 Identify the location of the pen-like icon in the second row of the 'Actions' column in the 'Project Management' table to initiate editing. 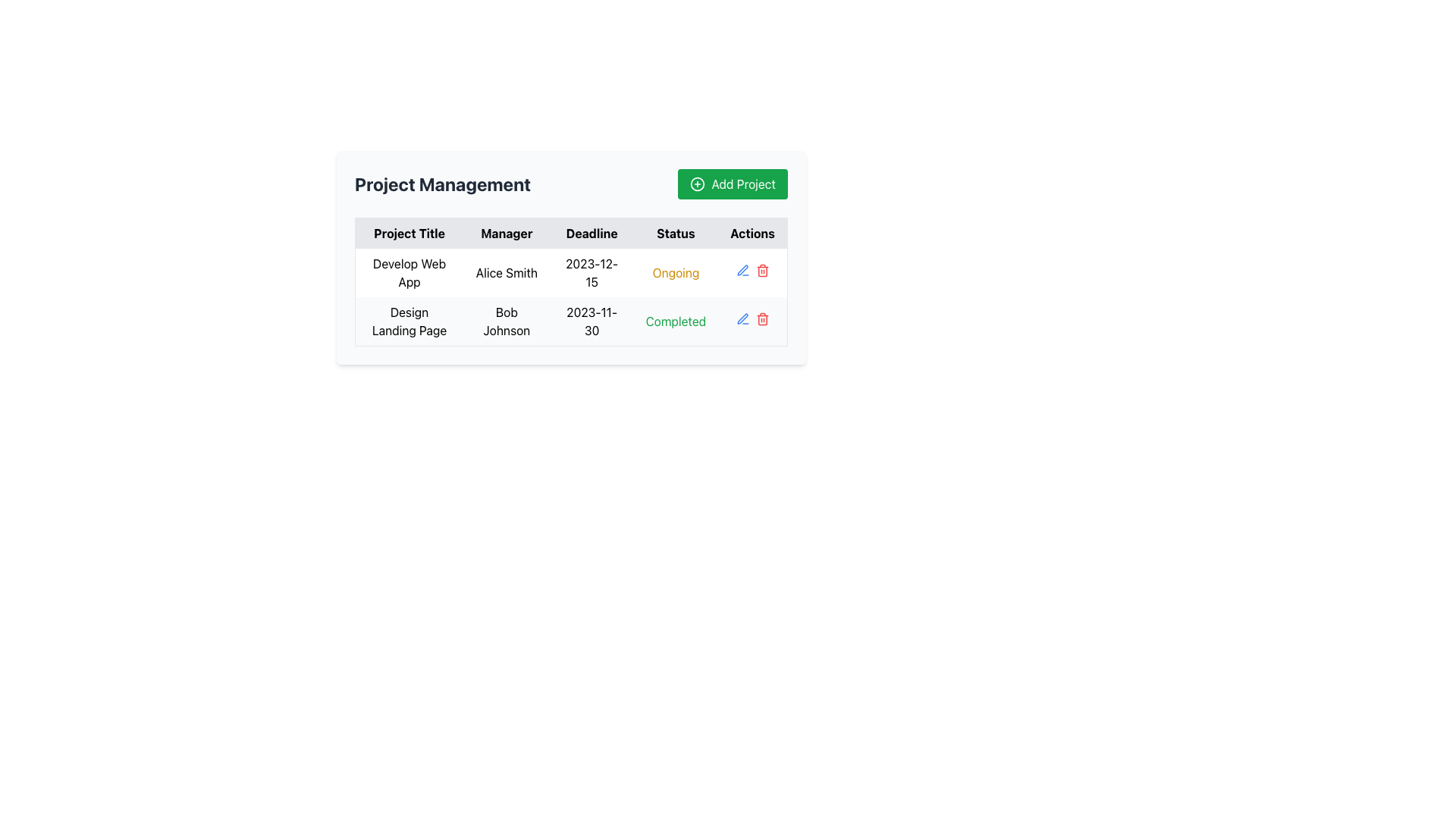
(742, 269).